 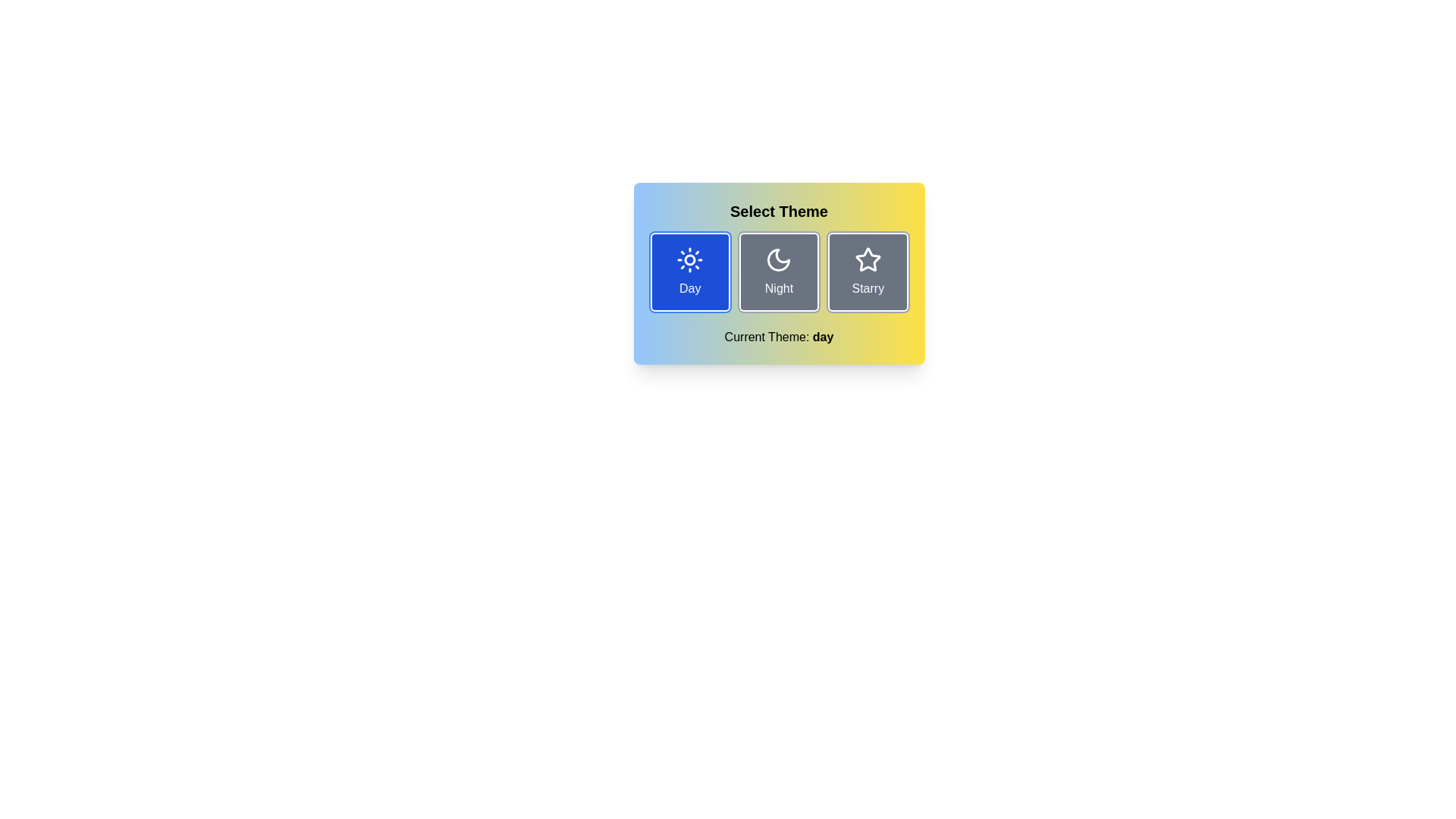 What do you see at coordinates (689, 271) in the screenshot?
I see `the theme button labeled Day to toggle the theme` at bounding box center [689, 271].